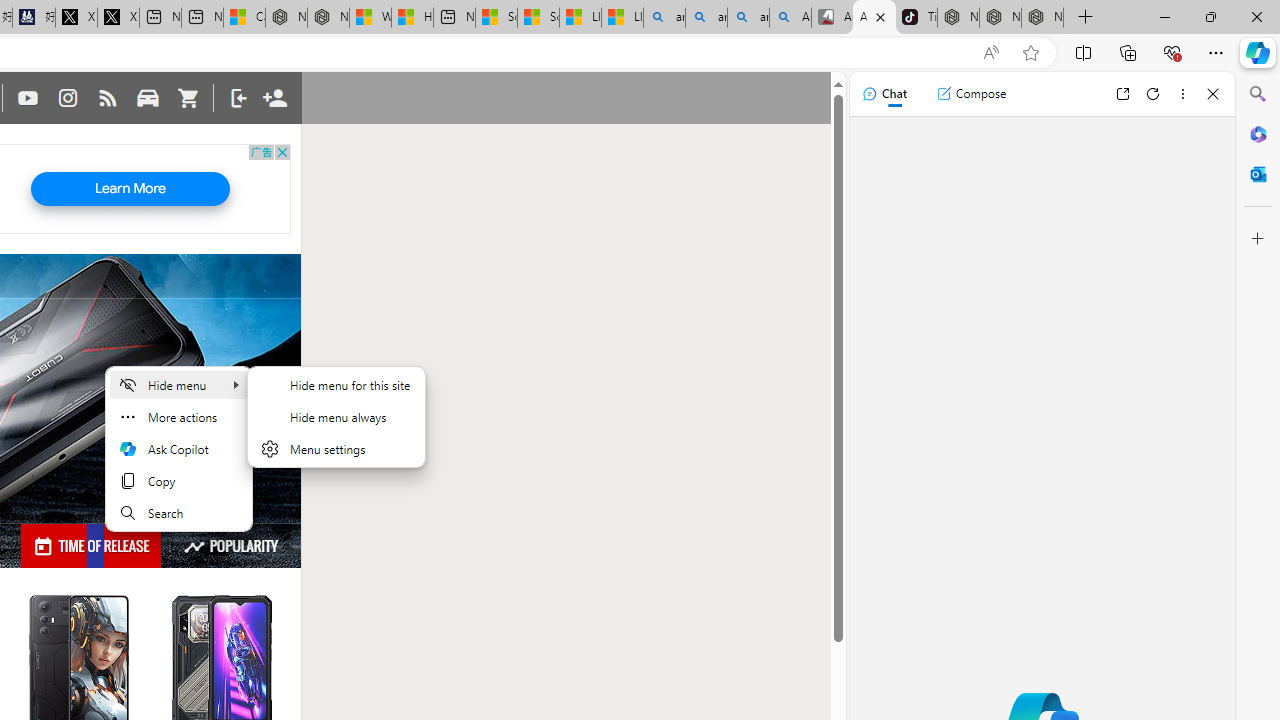 Image resolution: width=1280 pixels, height=720 pixels. I want to click on 'TikTok', so click(915, 17).